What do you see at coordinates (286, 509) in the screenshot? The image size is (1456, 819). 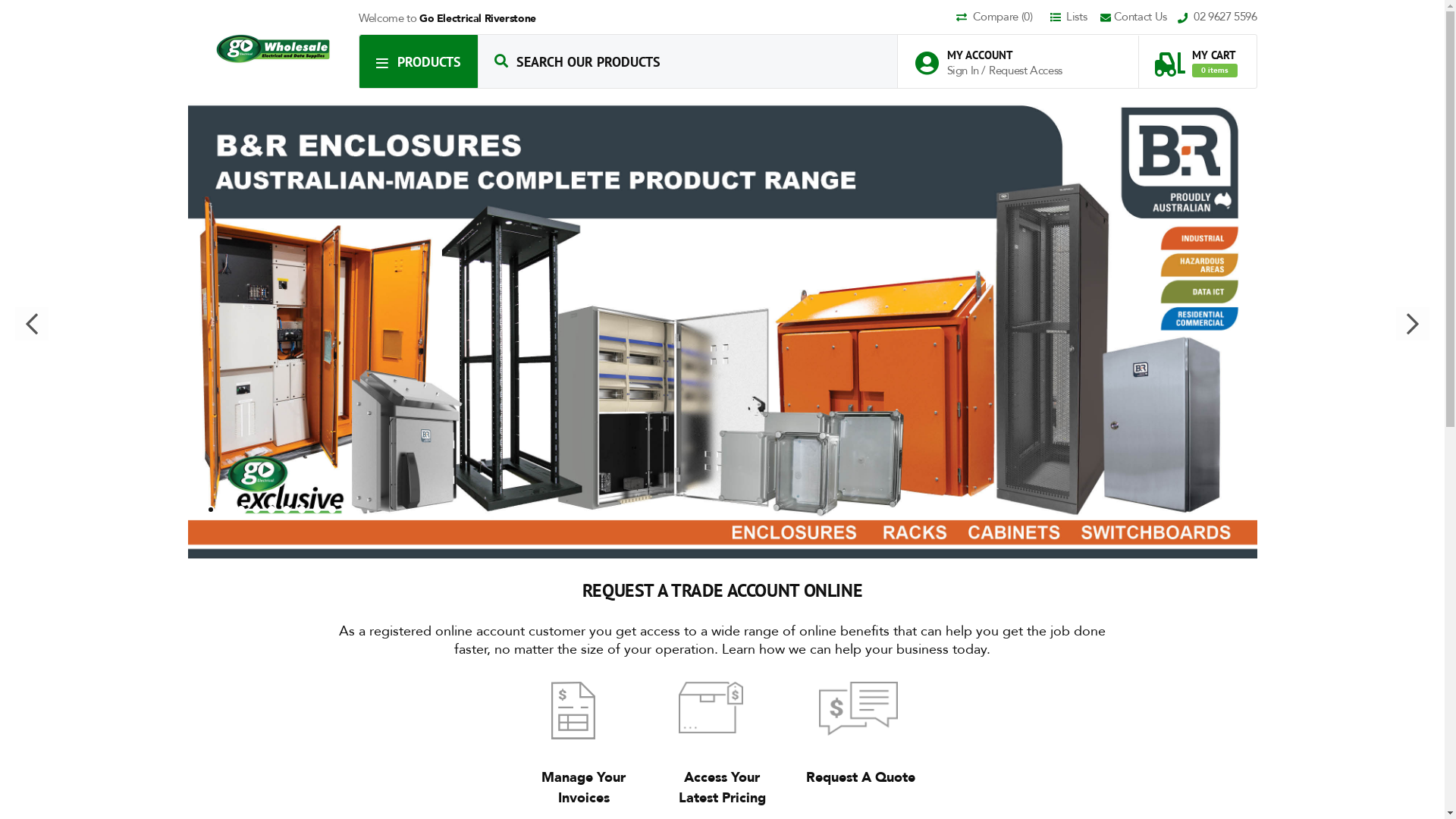 I see `'7'` at bounding box center [286, 509].